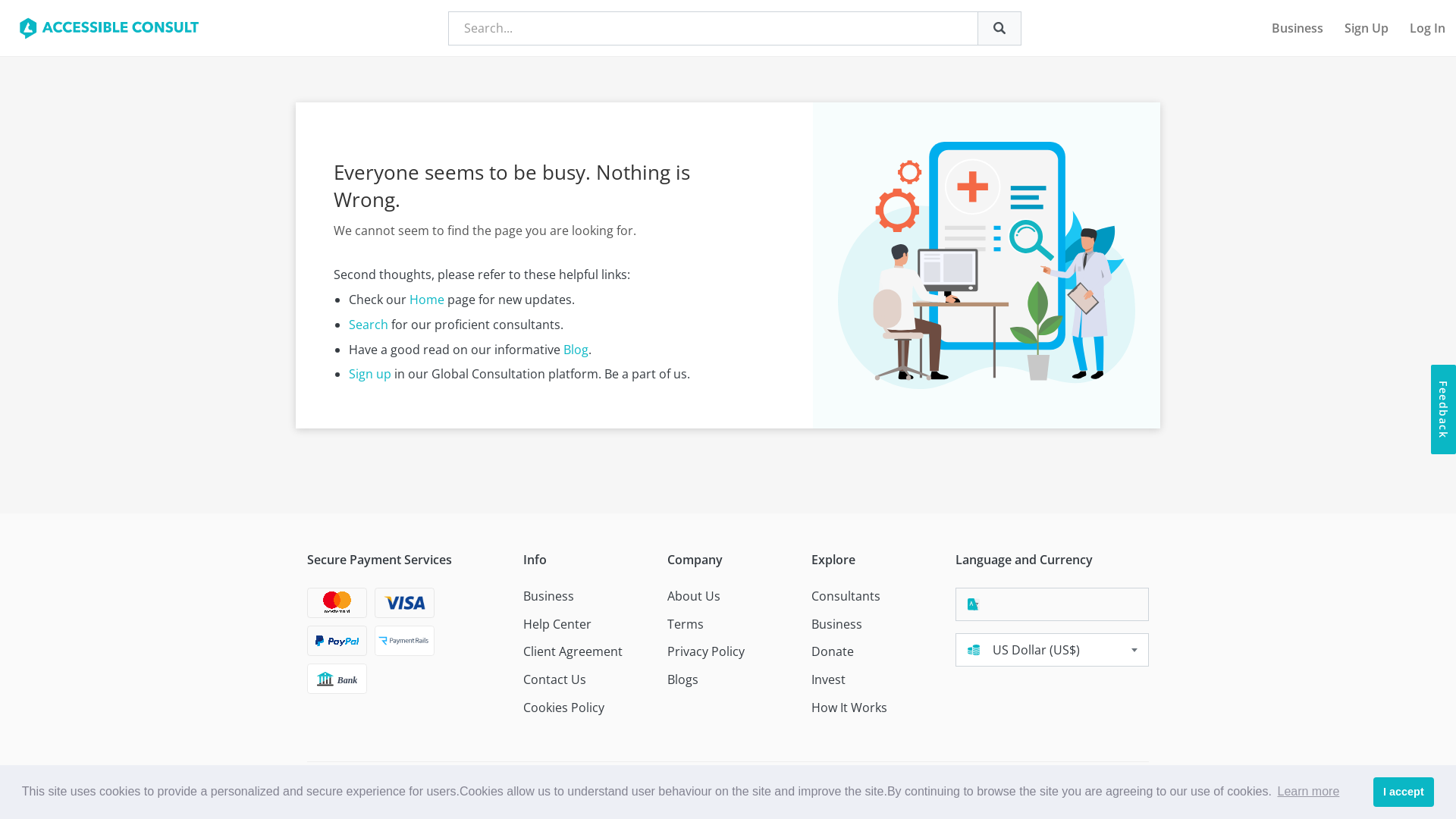  What do you see at coordinates (1307, 791) in the screenshot?
I see `'Learn more'` at bounding box center [1307, 791].